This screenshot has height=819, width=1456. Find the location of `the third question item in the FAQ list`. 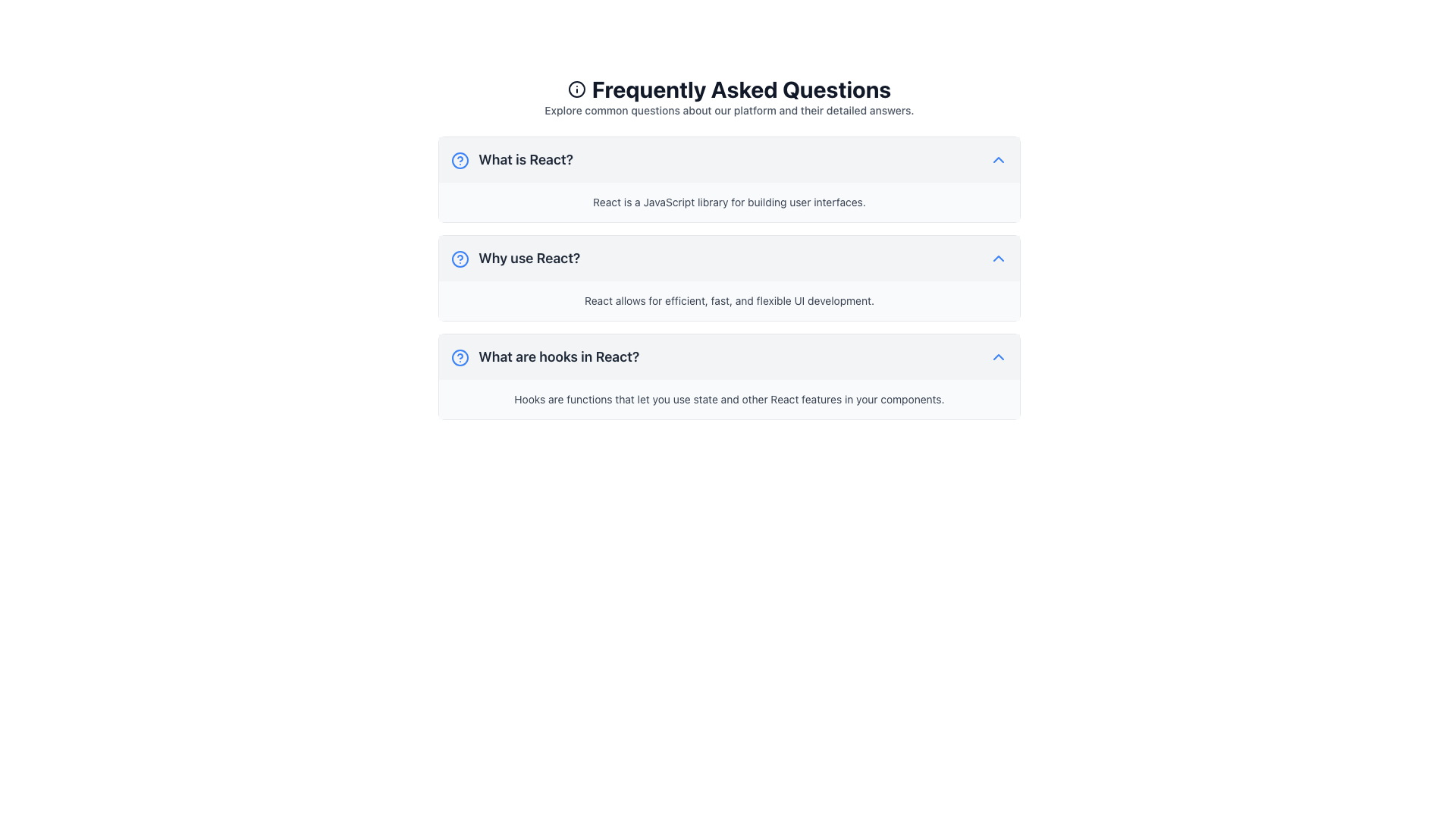

the third question item in the FAQ list is located at coordinates (729, 356).